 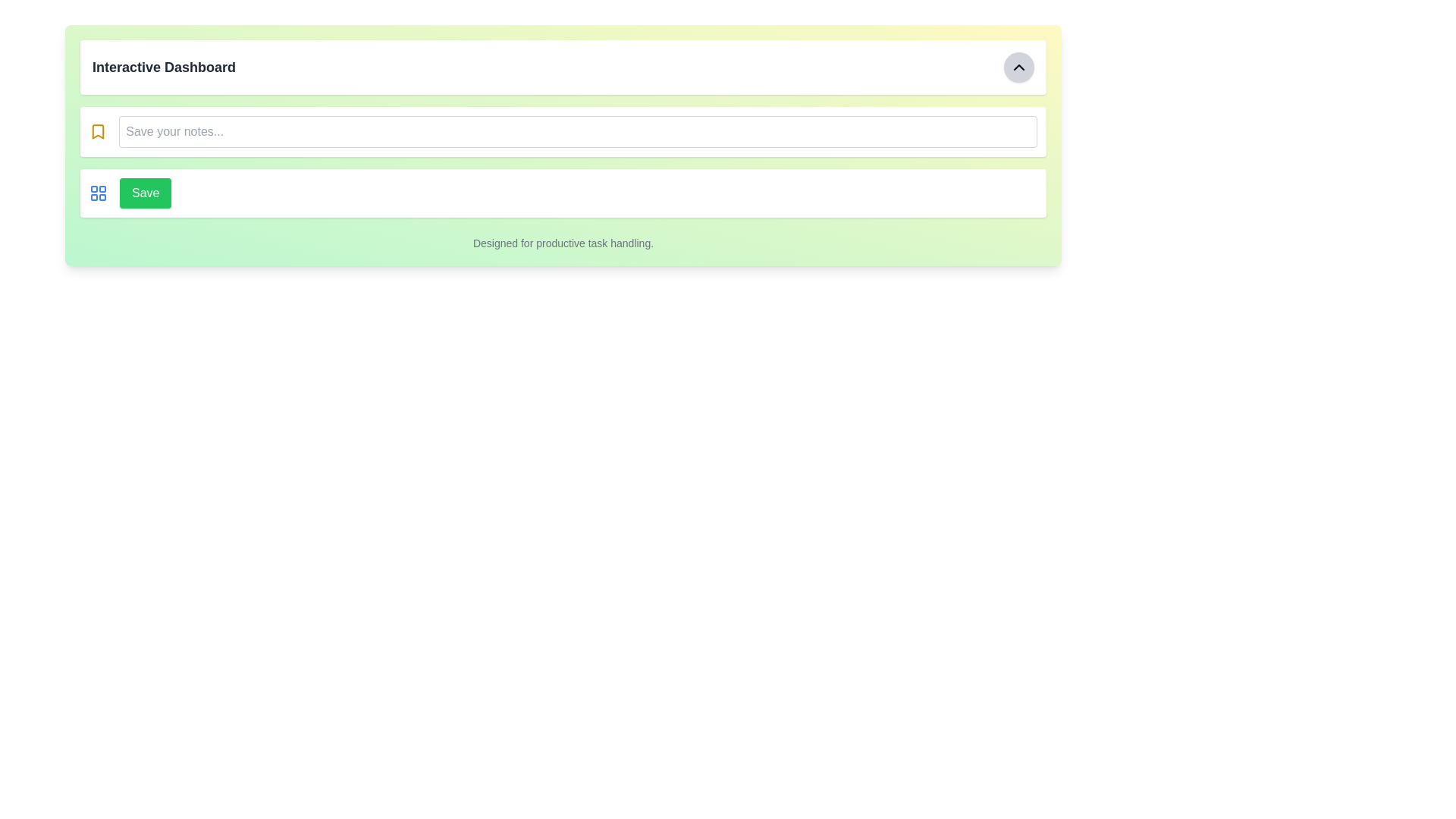 What do you see at coordinates (146, 192) in the screenshot?
I see `the save button located to the right of the grid icon in the lower part of the dashboard interface` at bounding box center [146, 192].